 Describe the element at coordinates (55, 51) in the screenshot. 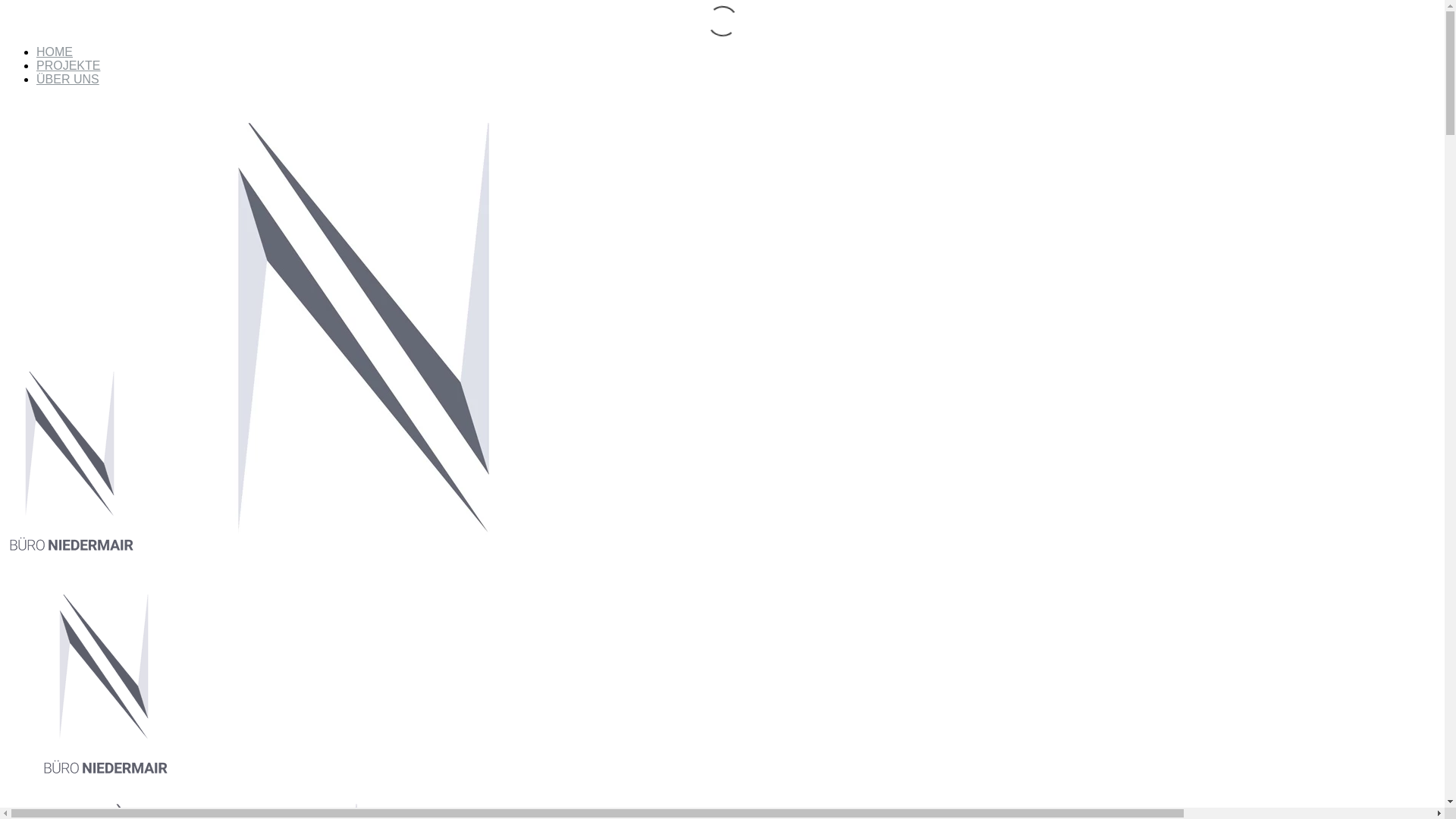

I see `'HOME'` at that location.